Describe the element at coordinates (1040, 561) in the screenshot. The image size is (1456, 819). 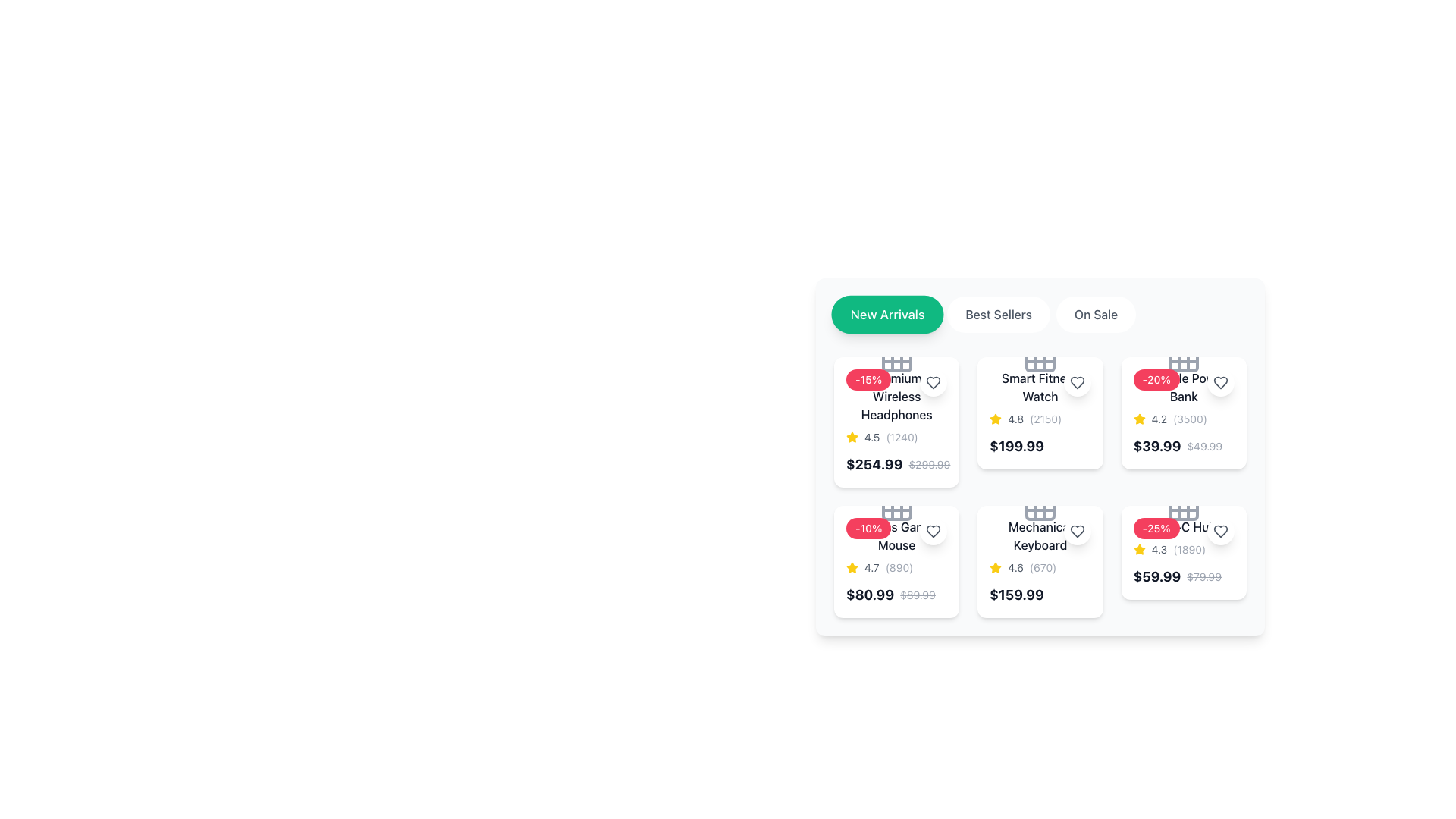
I see `the fourth card in the grid layout displaying product information for a 'Mechanical Keyboard'` at that location.